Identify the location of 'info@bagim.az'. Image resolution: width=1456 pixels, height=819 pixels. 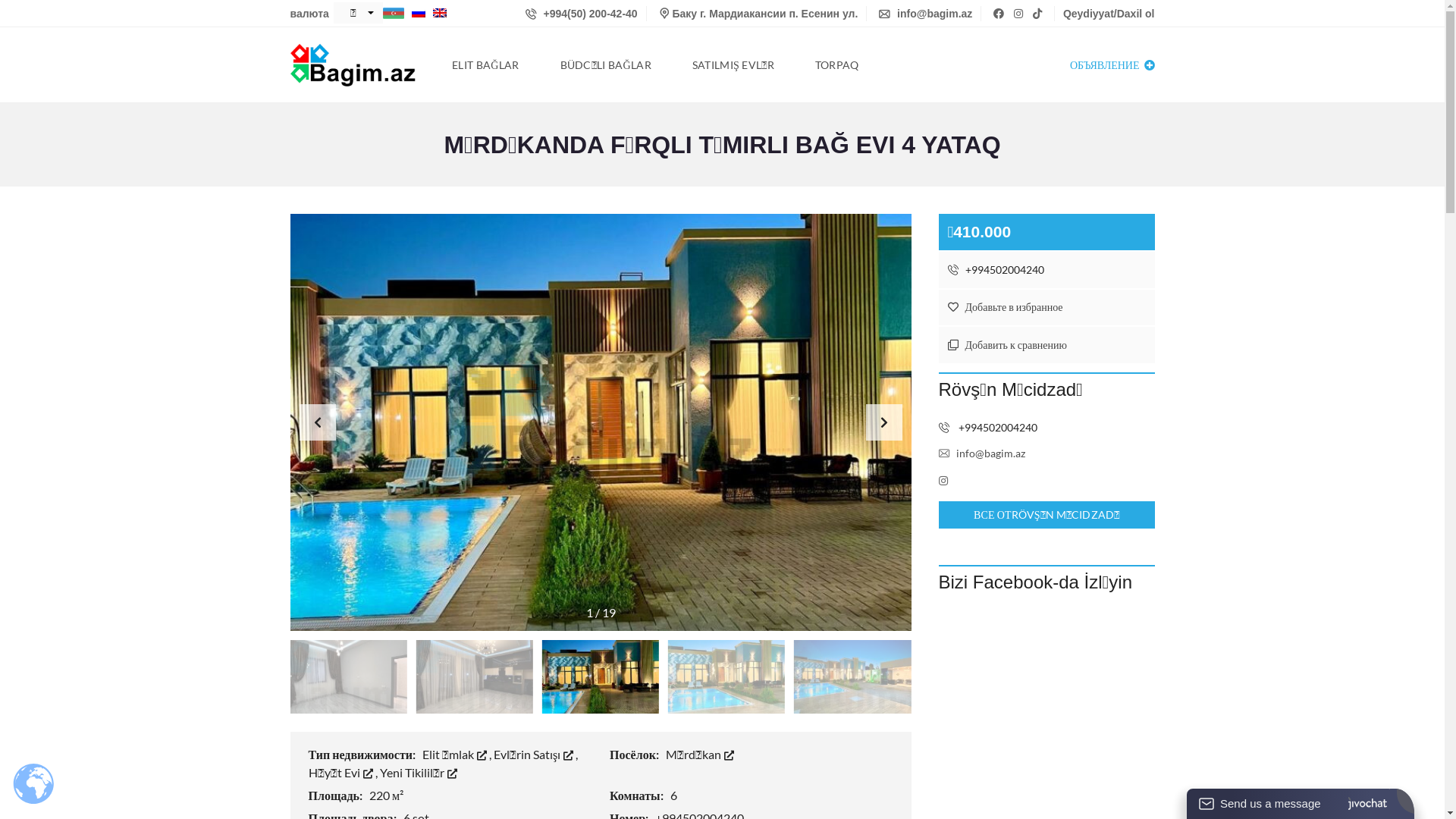
(982, 452).